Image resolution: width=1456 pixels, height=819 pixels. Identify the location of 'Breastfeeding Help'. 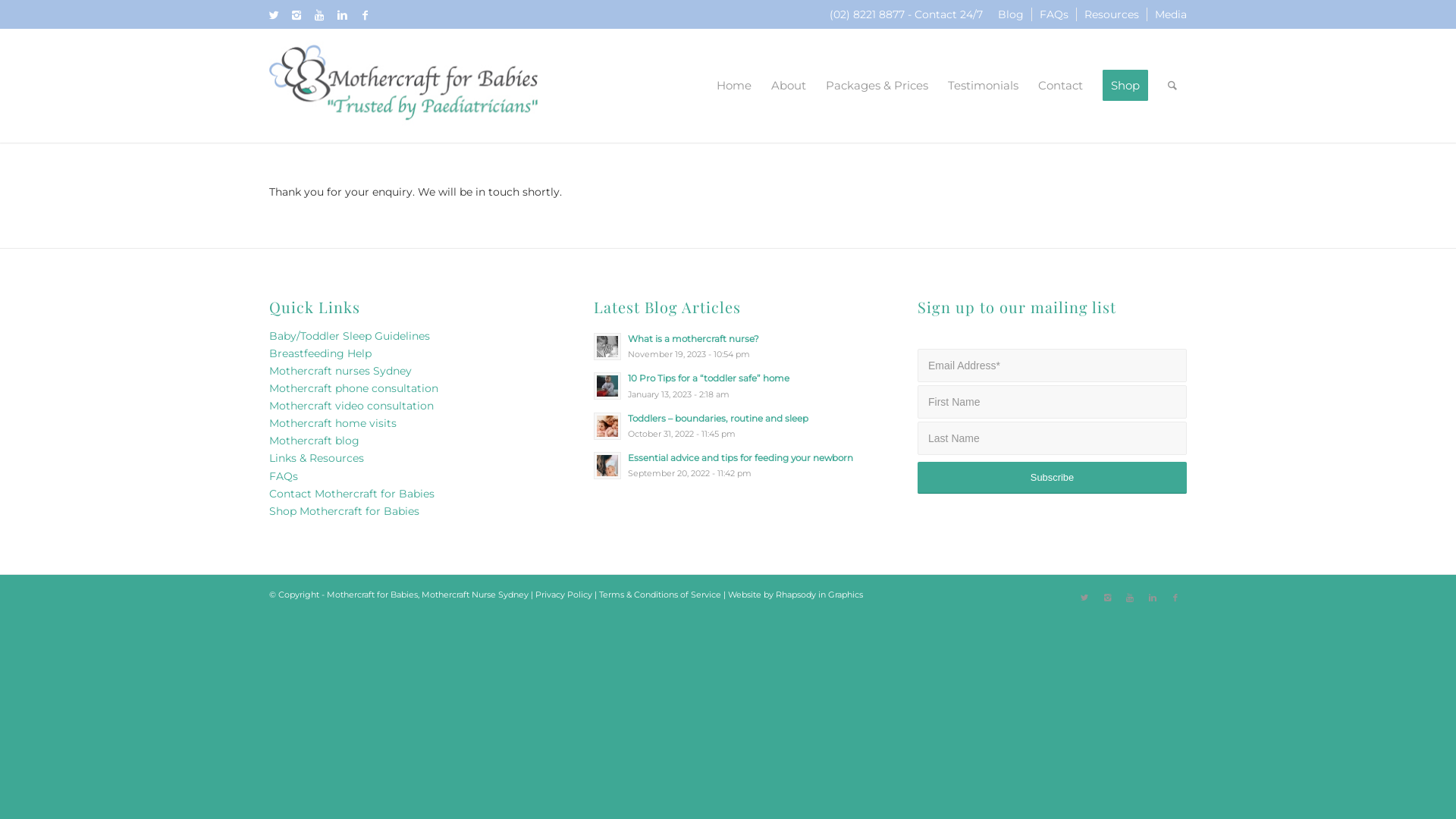
(319, 353).